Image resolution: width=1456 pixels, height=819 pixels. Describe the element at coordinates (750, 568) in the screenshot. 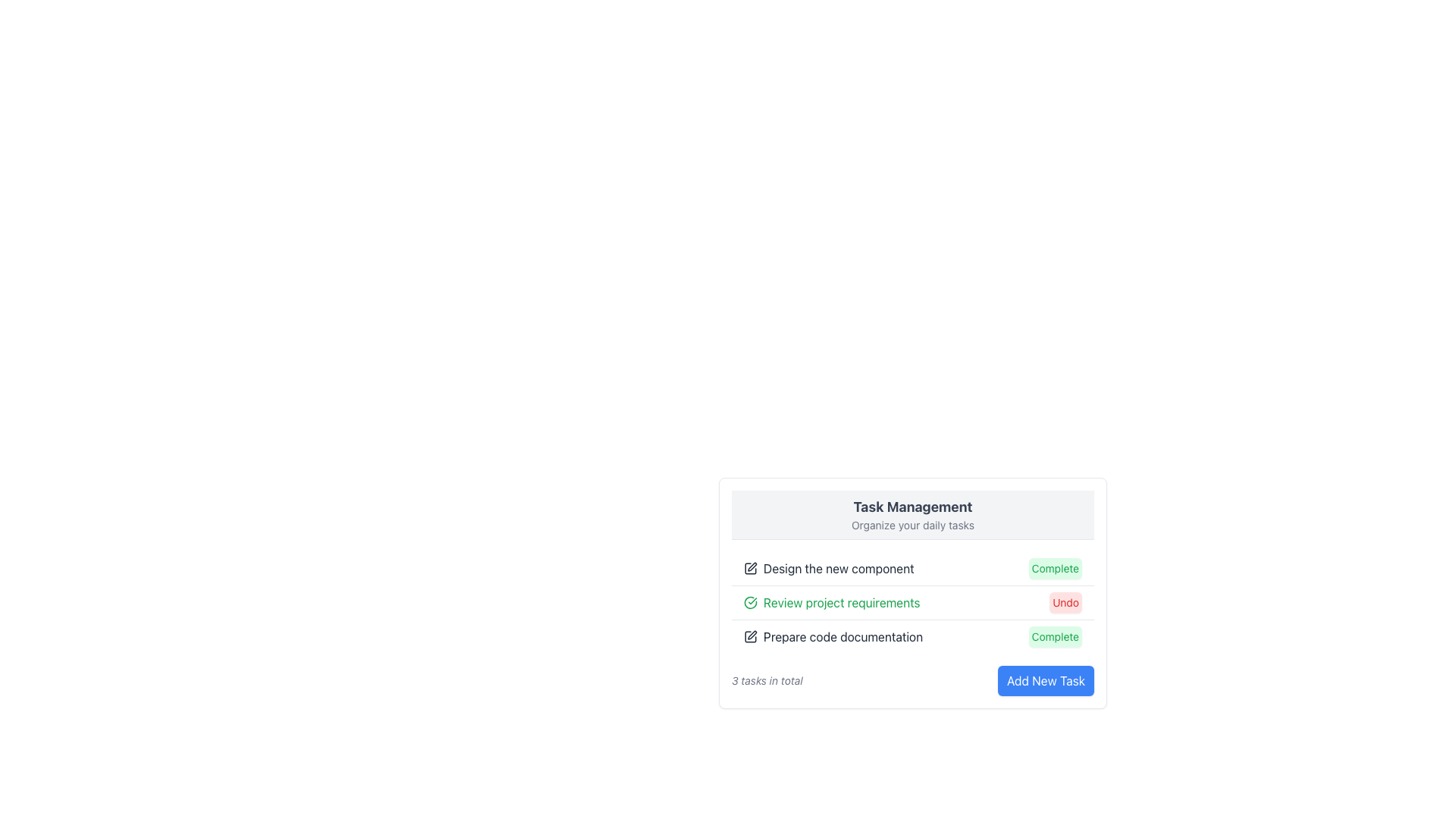

I see `the square-shaped edit icon with a pen tool inside` at that location.